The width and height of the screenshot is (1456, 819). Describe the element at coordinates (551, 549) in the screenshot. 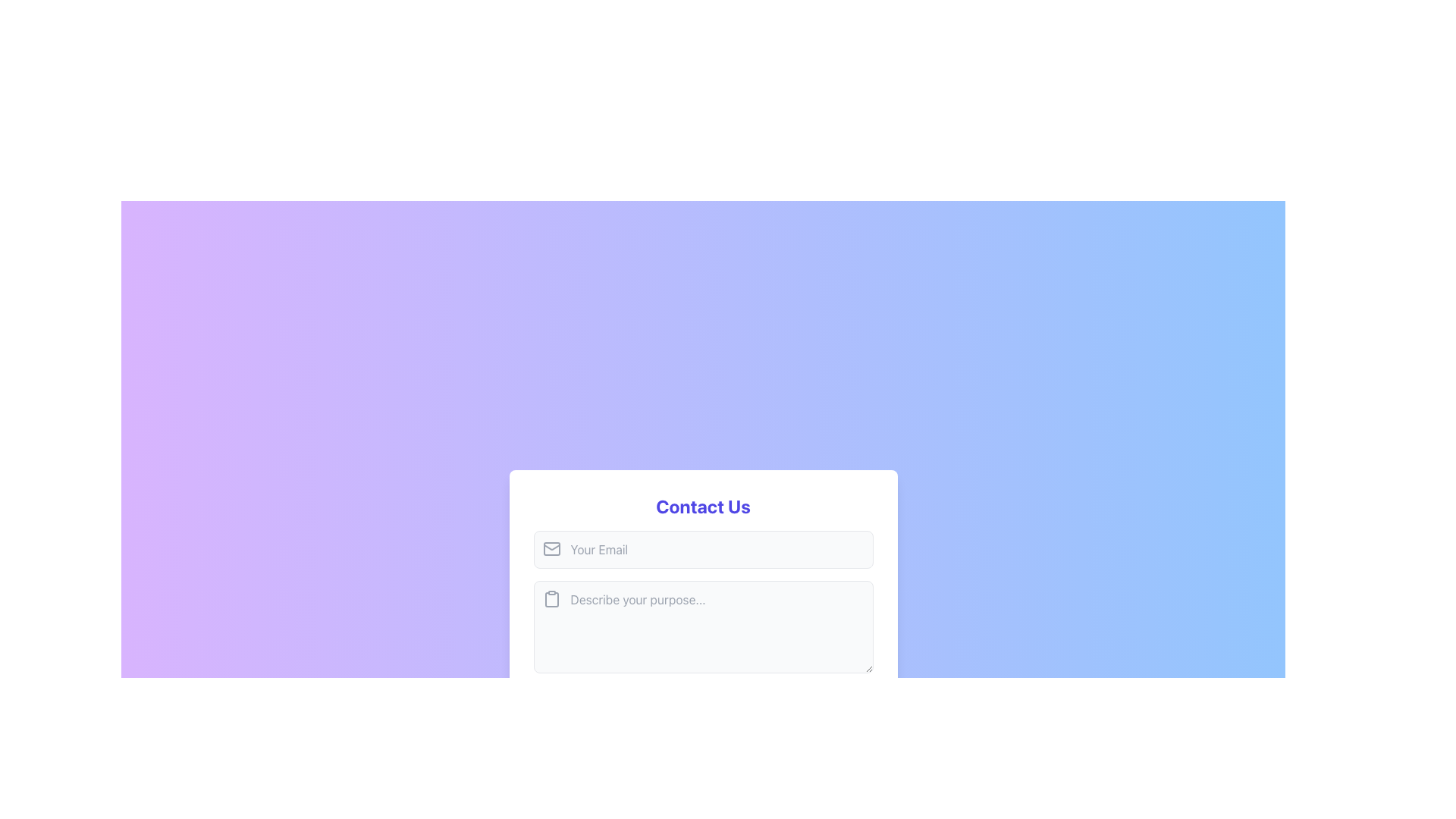

I see `the email input field icon, which visually indicates the purpose of the email input field and is positioned to the left of it` at that location.